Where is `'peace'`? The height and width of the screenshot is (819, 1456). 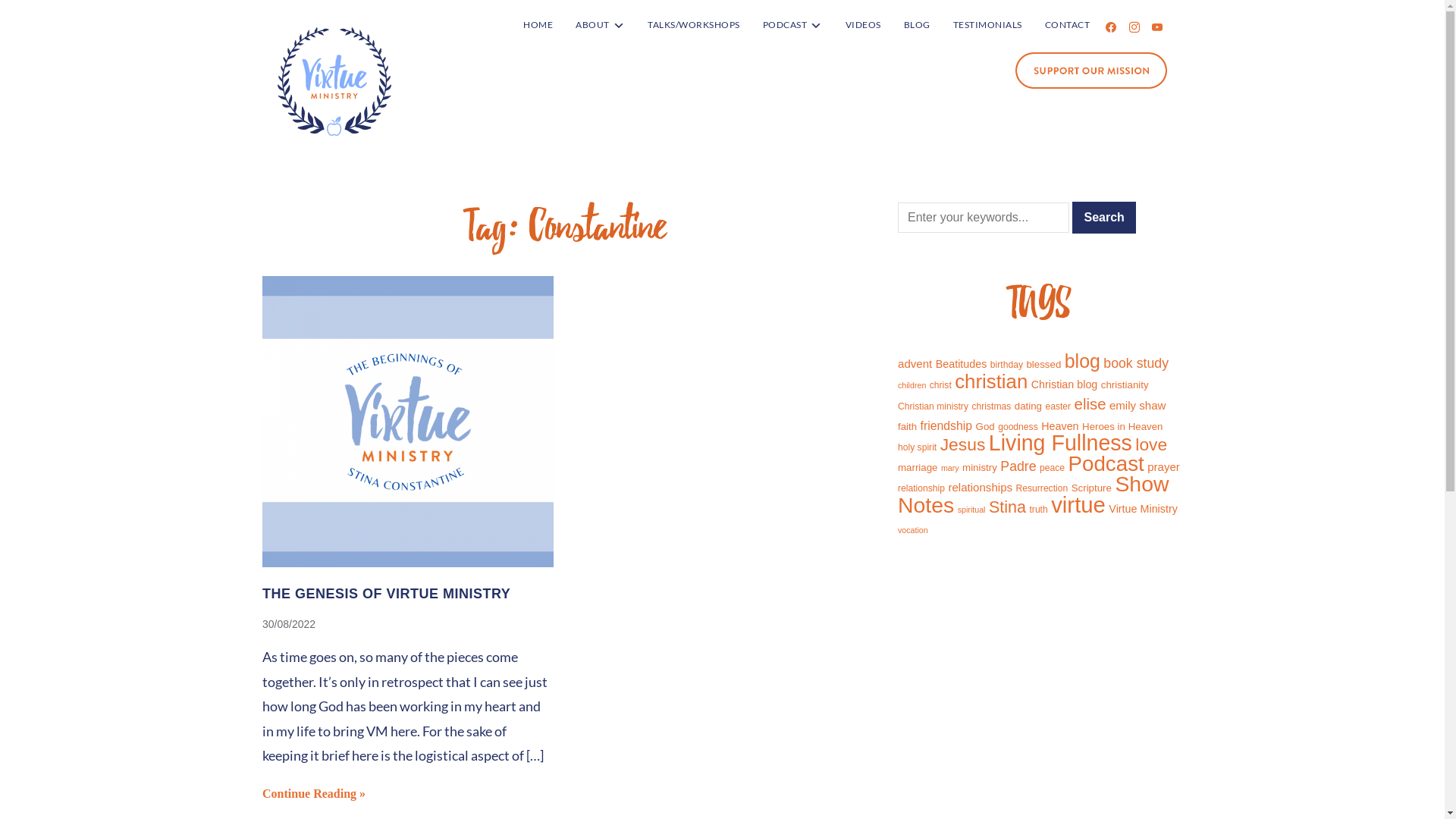
'peace' is located at coordinates (1051, 467).